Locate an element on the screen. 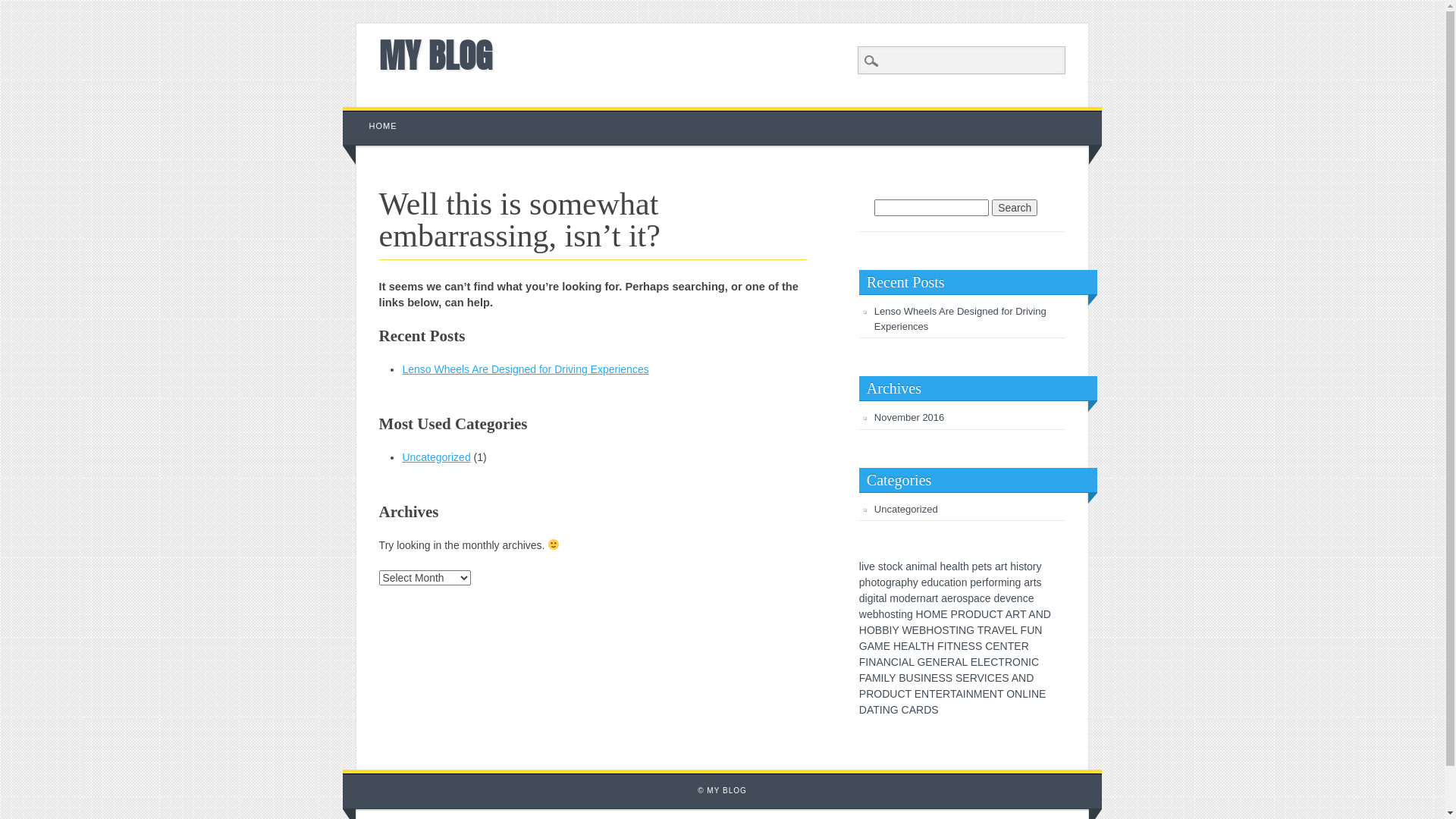  'e' is located at coordinates (977, 566).